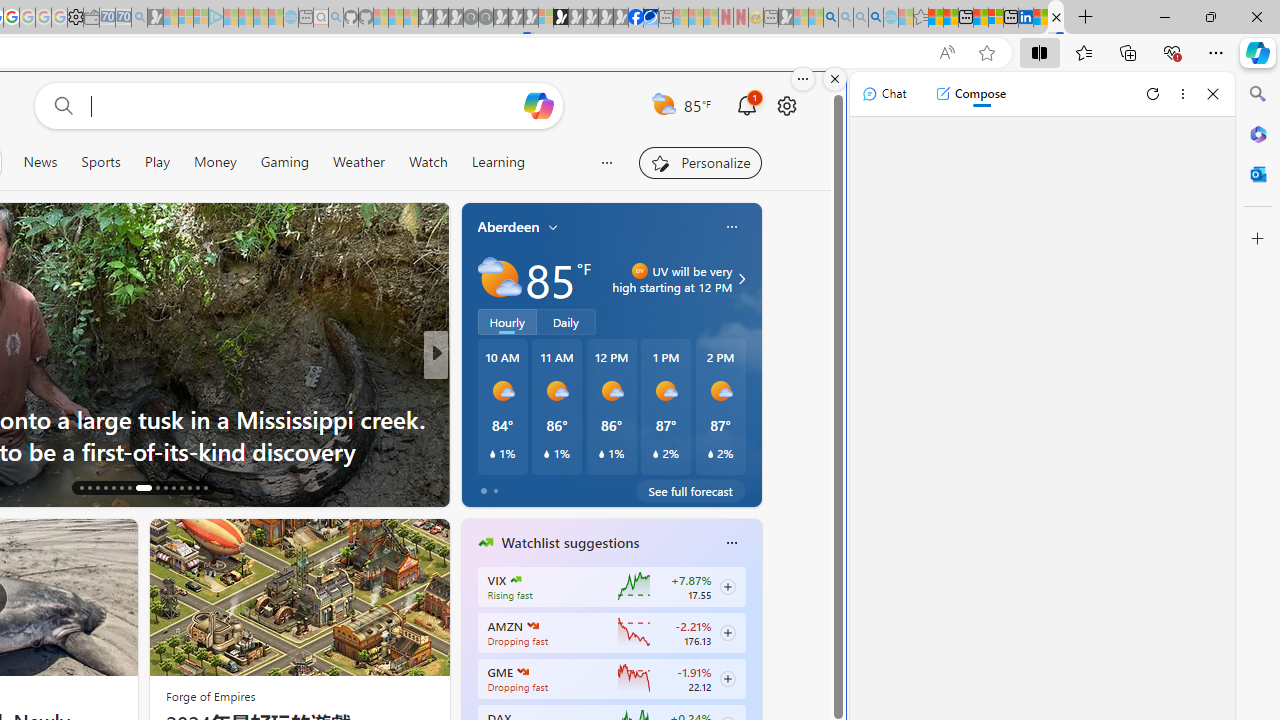 The width and height of the screenshot is (1280, 720). What do you see at coordinates (634, 17) in the screenshot?
I see `'Nordace | Facebook'` at bounding box center [634, 17].